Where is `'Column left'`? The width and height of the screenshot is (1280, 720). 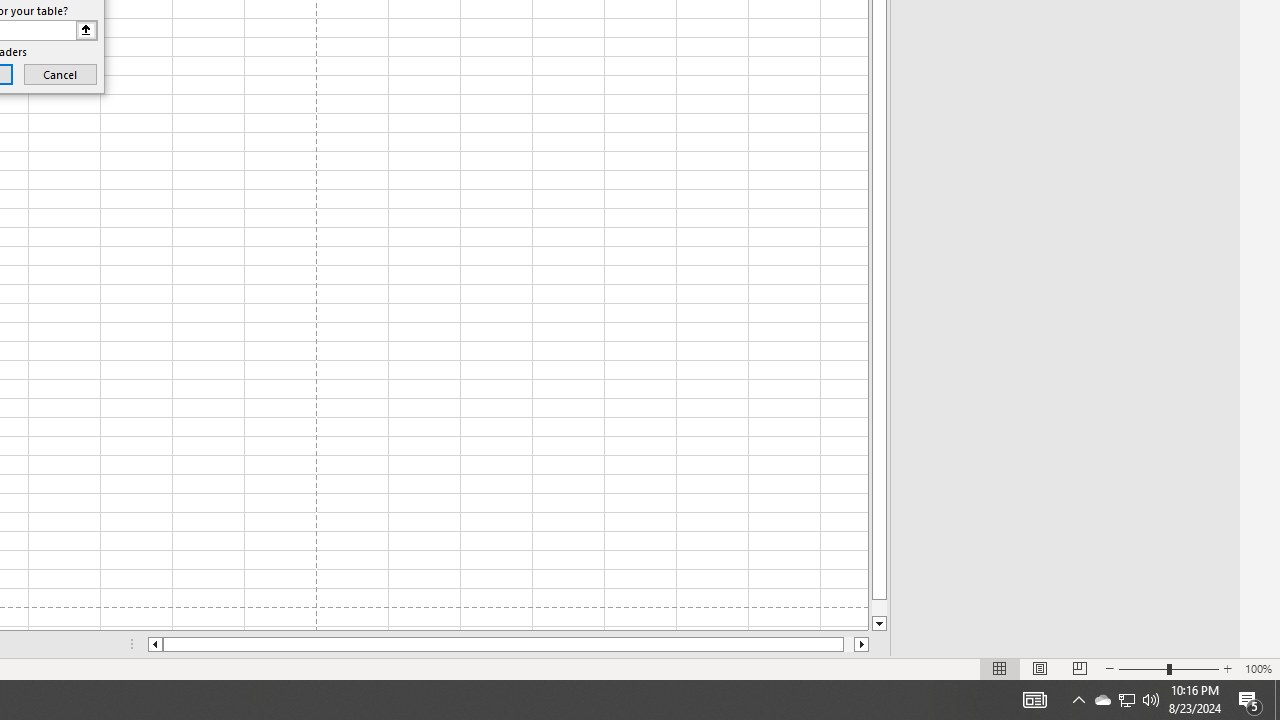
'Column left' is located at coordinates (153, 644).